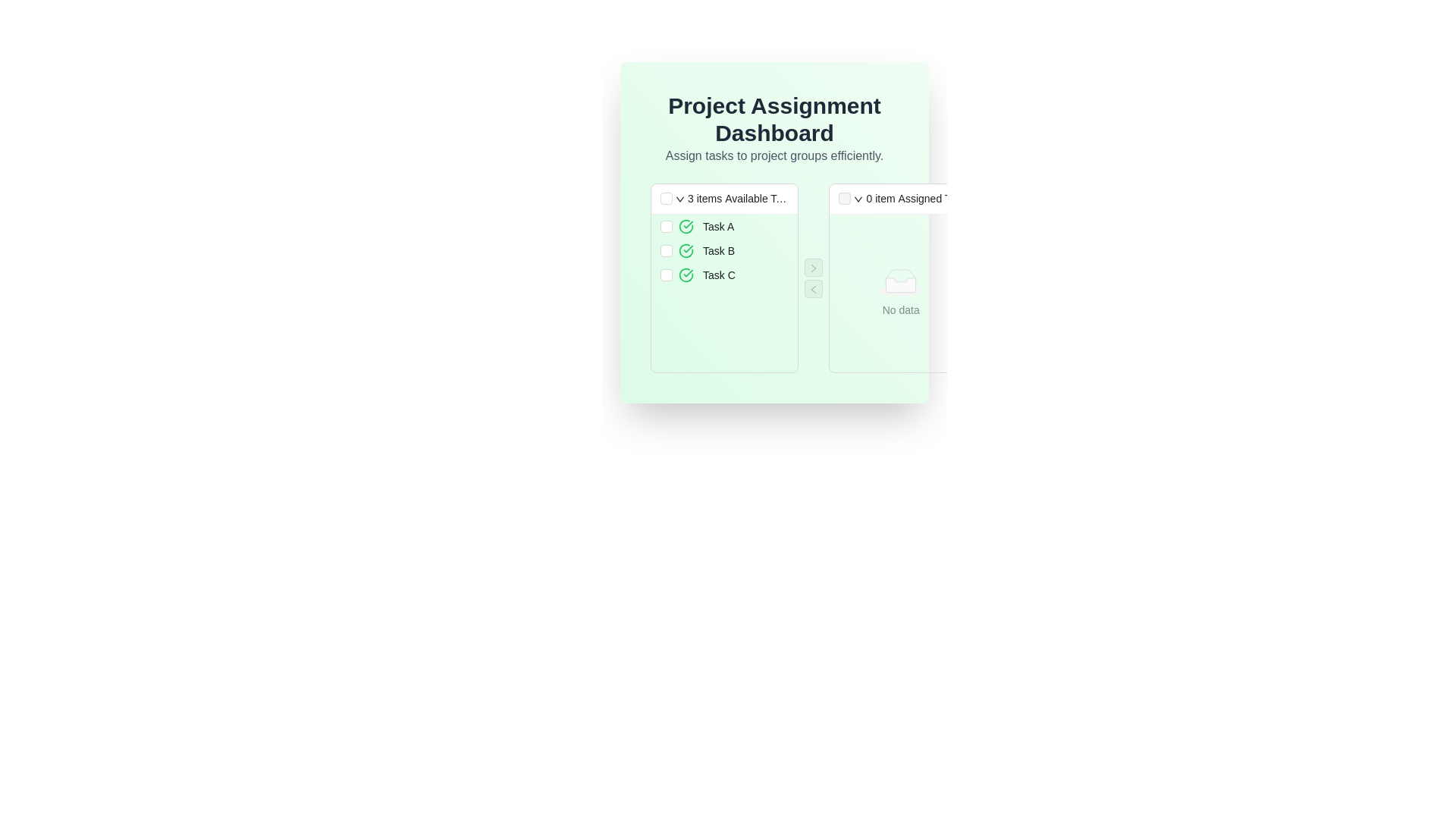 Image resolution: width=1456 pixels, height=819 pixels. I want to click on the header section labeled '3 items' and 'Available Tasks', so click(723, 198).